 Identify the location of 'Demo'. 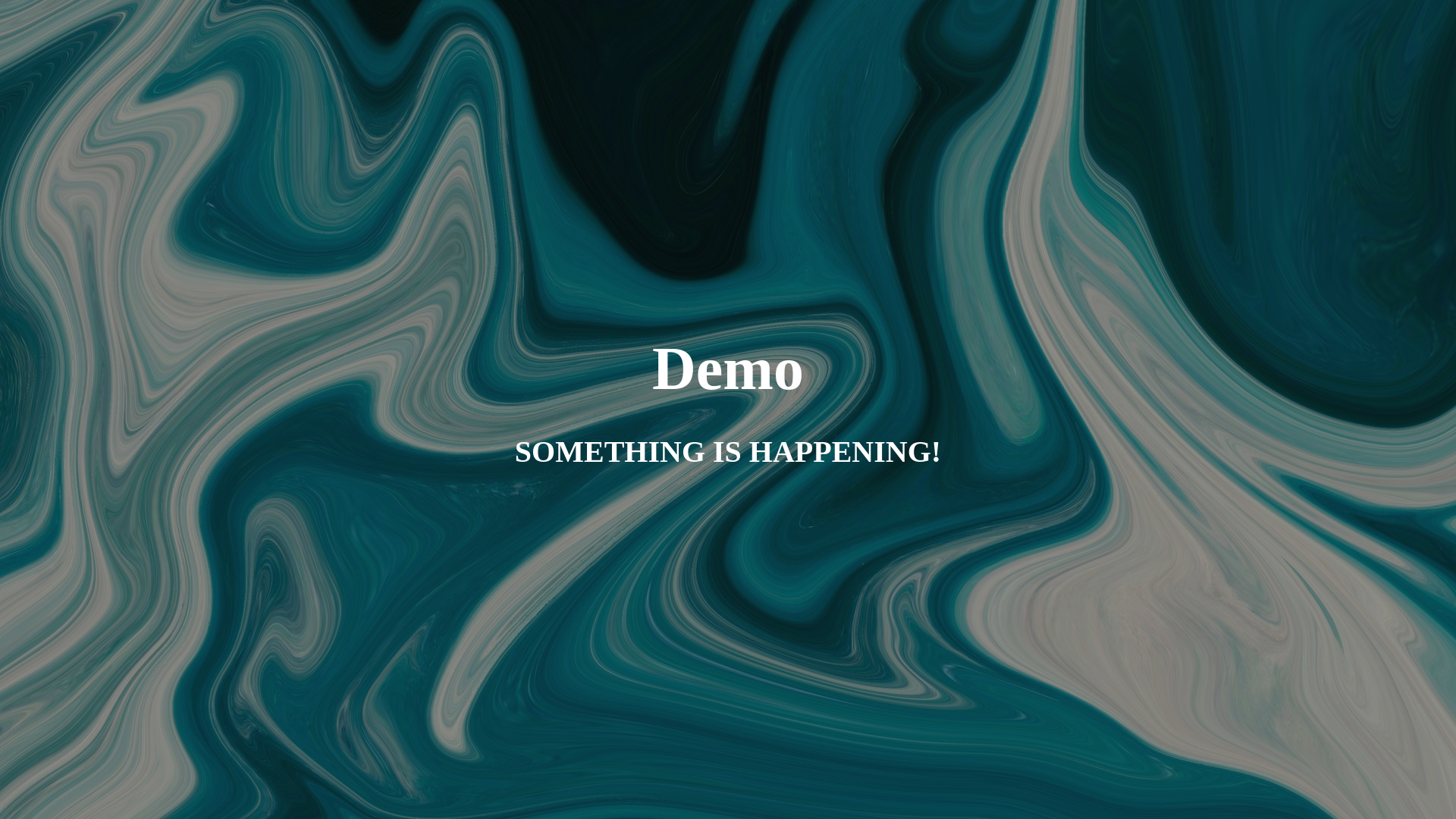
(728, 378).